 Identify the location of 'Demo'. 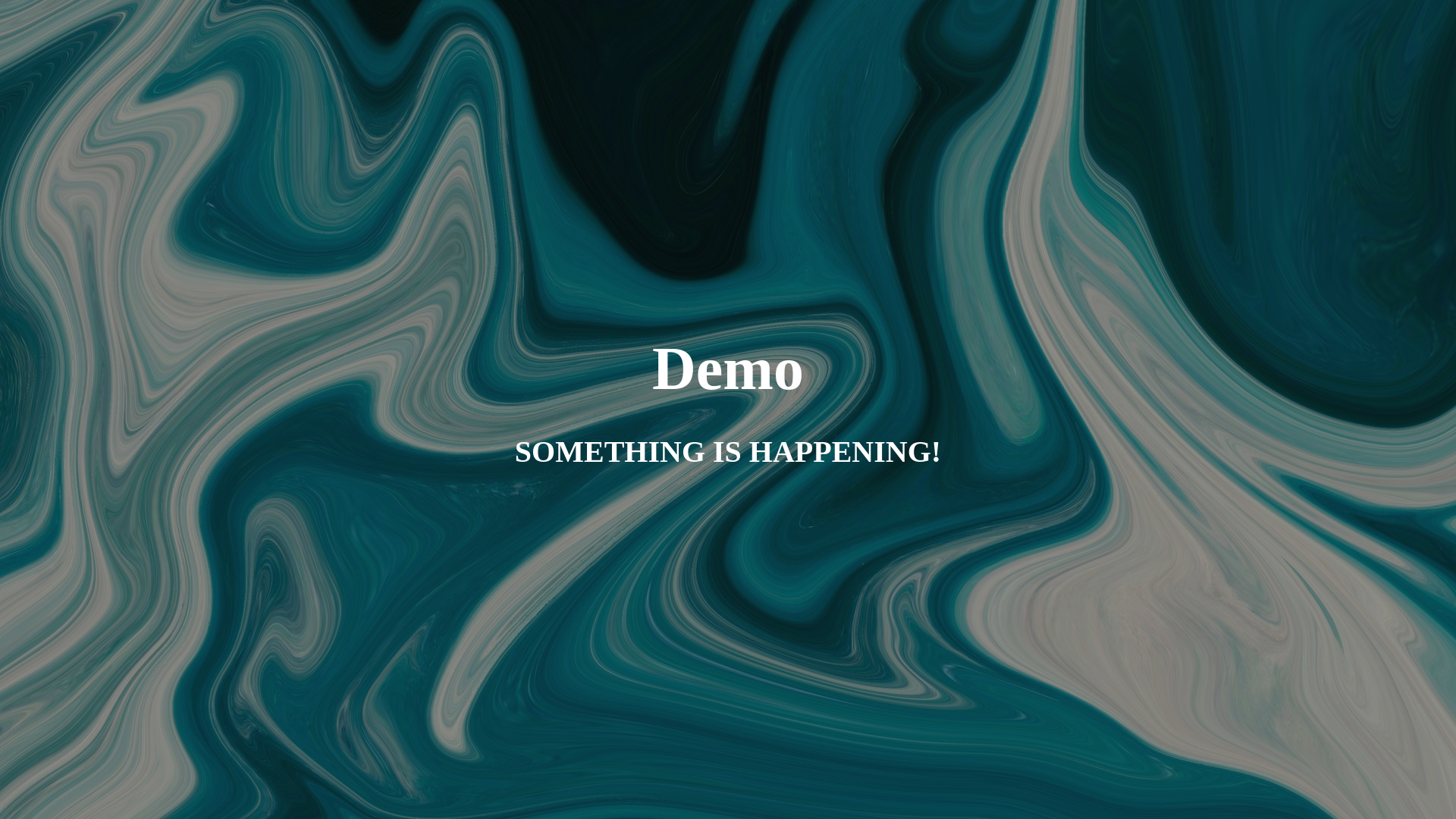
(728, 378).